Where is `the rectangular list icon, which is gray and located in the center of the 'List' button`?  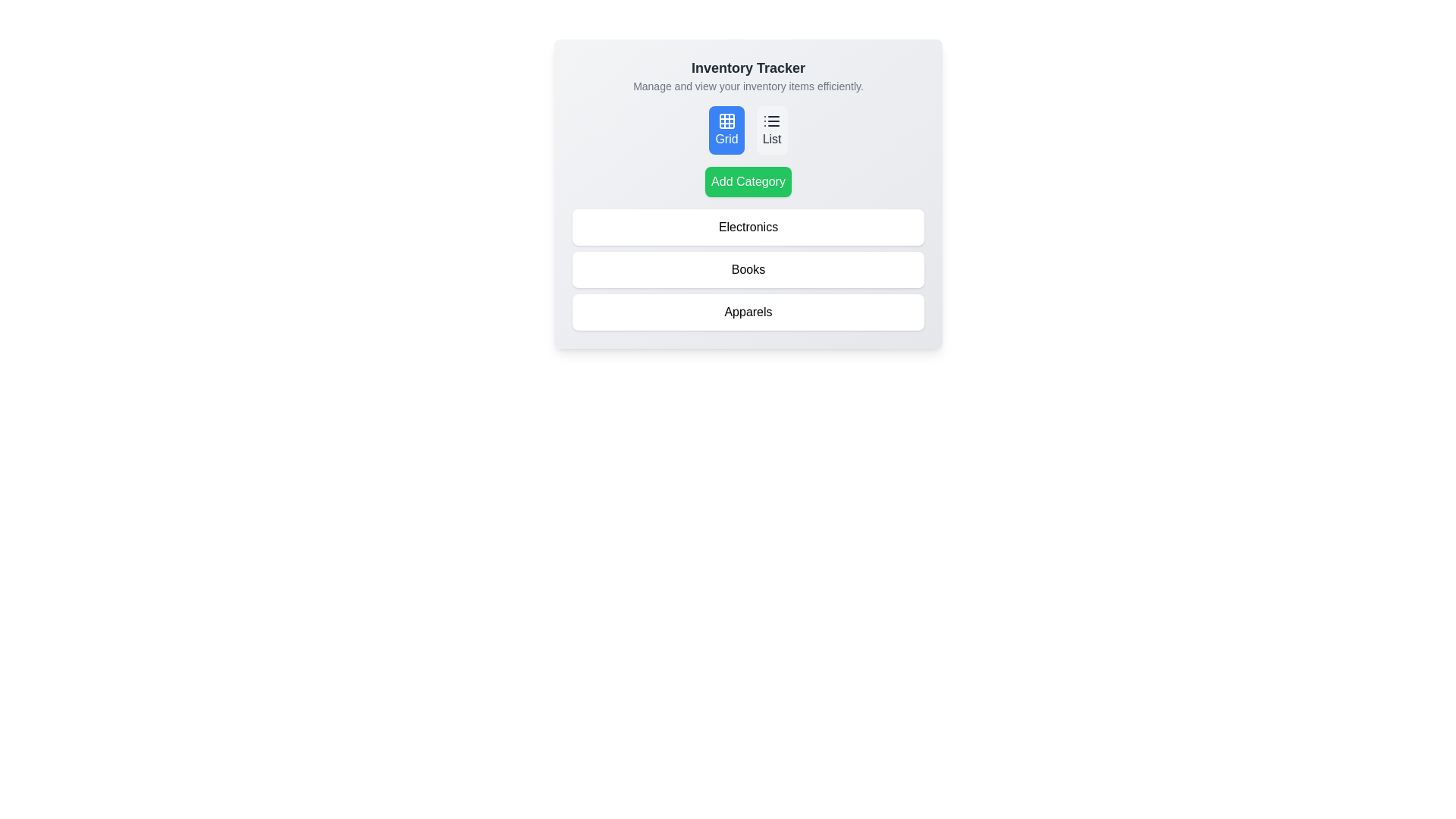 the rectangular list icon, which is gray and located in the center of the 'List' button is located at coordinates (772, 120).